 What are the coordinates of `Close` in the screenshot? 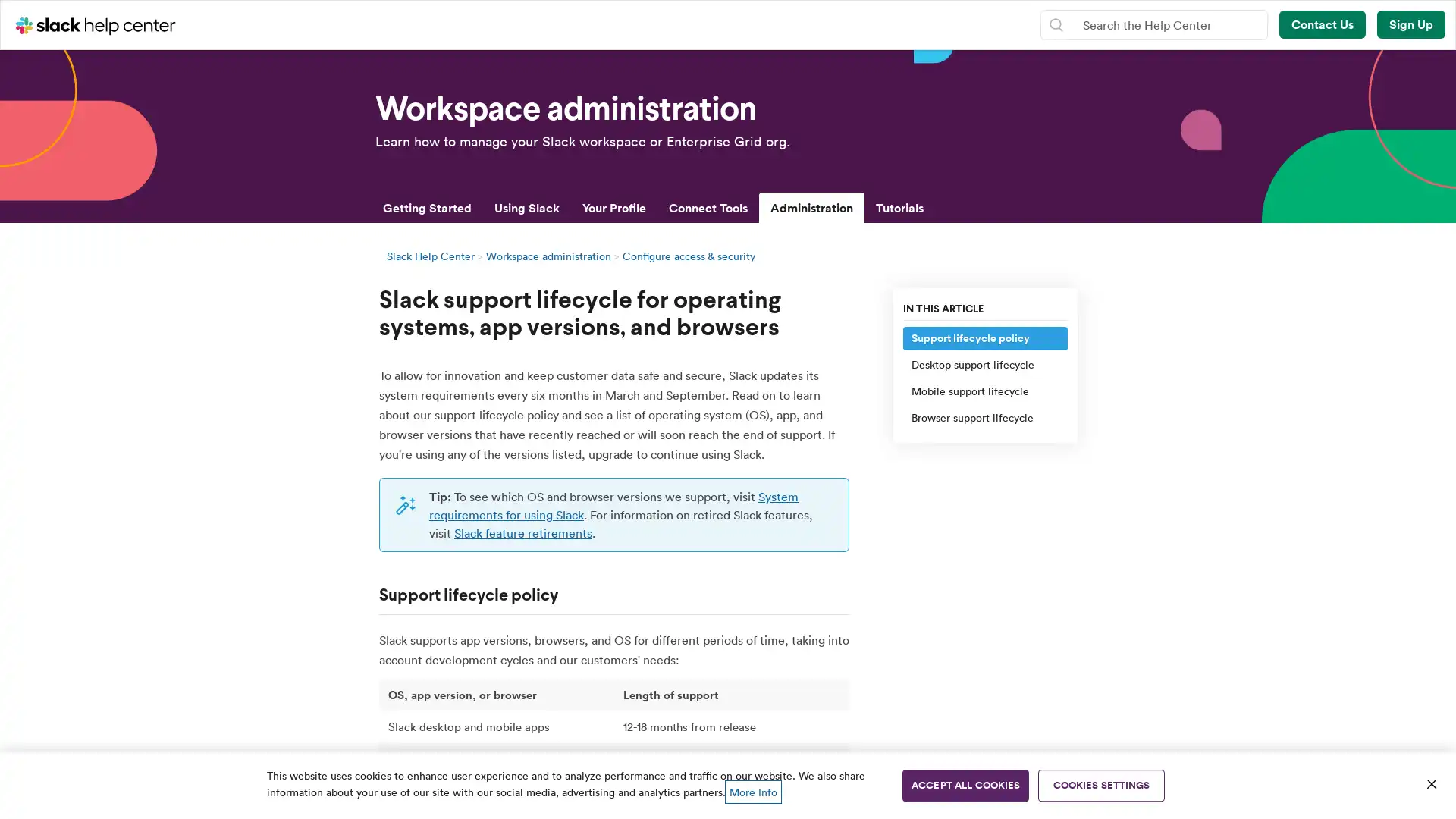 It's located at (1430, 783).